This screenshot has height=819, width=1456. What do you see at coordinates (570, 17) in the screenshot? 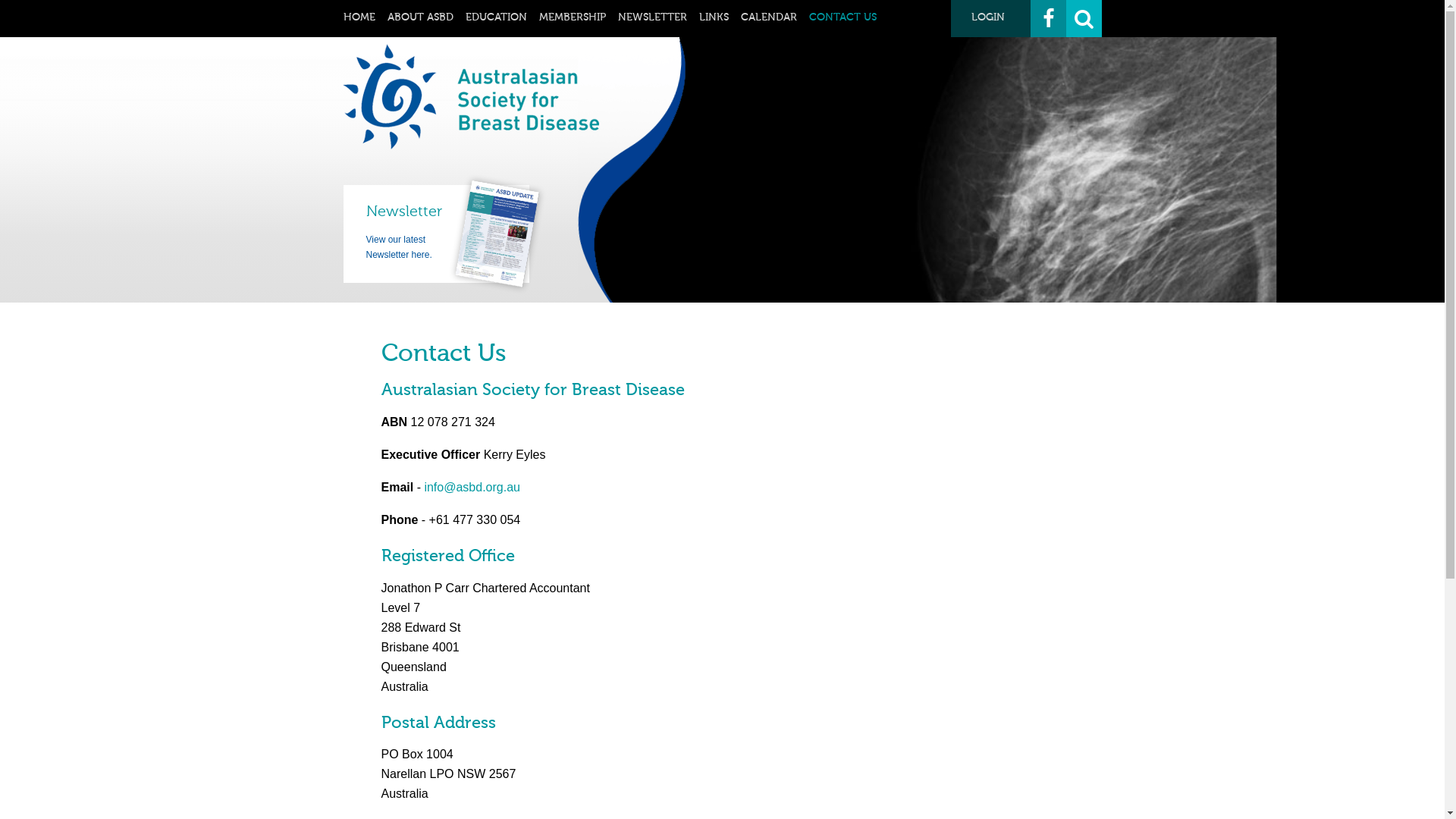
I see `'MEMBERSHIP'` at bounding box center [570, 17].